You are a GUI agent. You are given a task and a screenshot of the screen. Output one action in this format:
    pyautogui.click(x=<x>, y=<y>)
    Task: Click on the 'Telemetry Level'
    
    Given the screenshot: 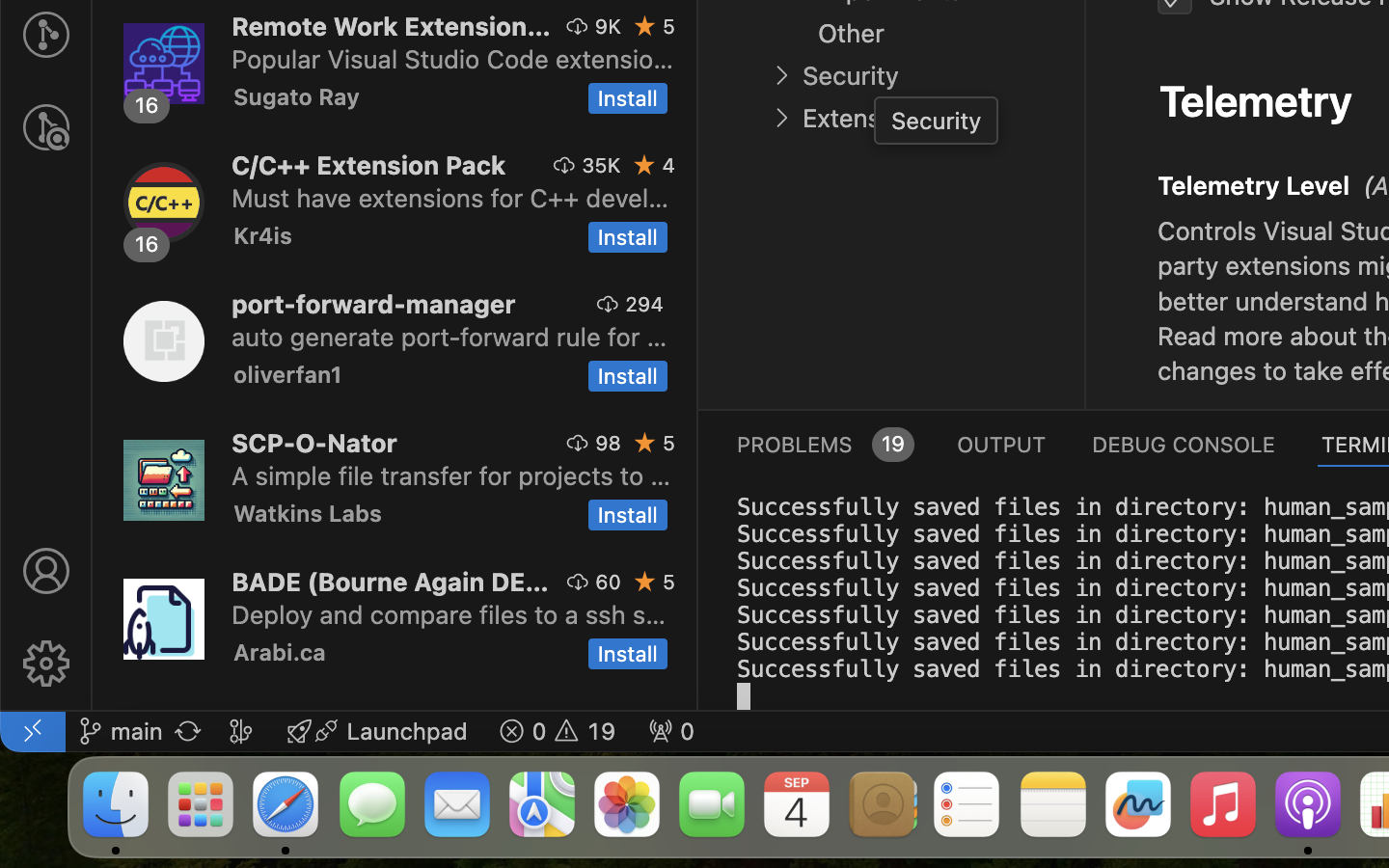 What is the action you would take?
    pyautogui.click(x=1254, y=185)
    